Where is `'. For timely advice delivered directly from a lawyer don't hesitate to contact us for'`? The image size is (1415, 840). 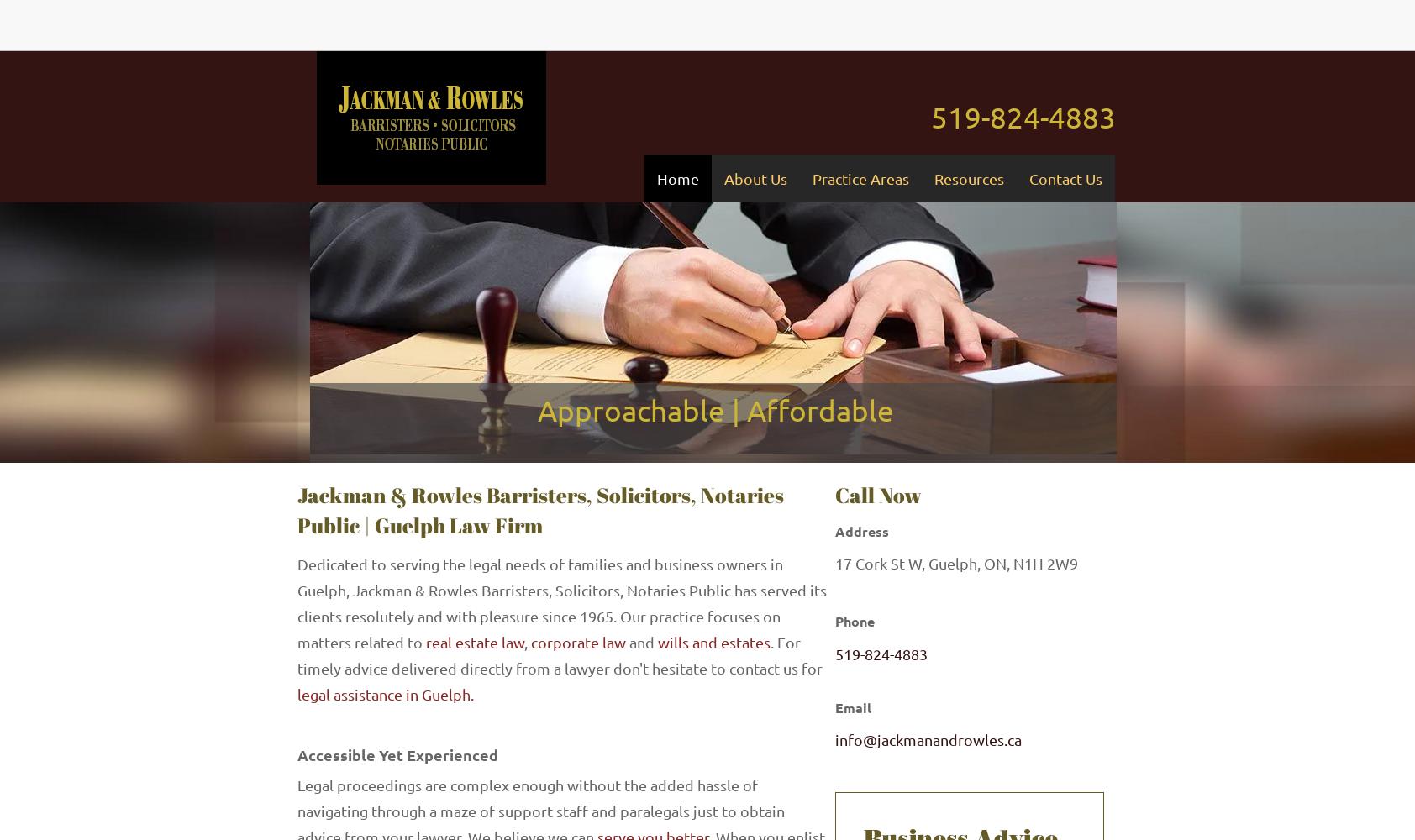
'. For timely advice delivered directly from a lawyer don't hesitate to contact us for' is located at coordinates (297, 655).